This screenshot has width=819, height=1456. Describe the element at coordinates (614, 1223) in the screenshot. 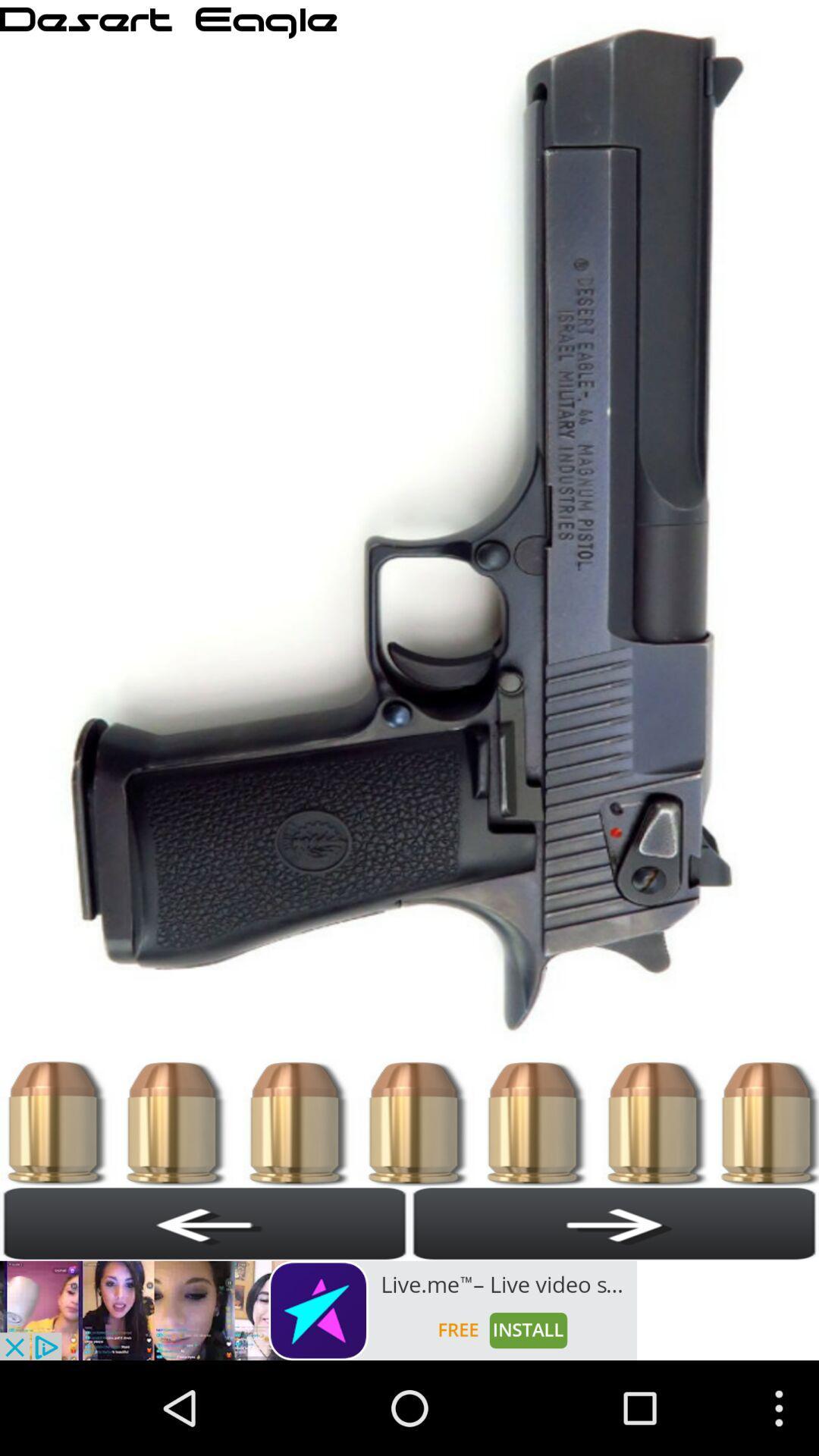

I see `go next` at that location.